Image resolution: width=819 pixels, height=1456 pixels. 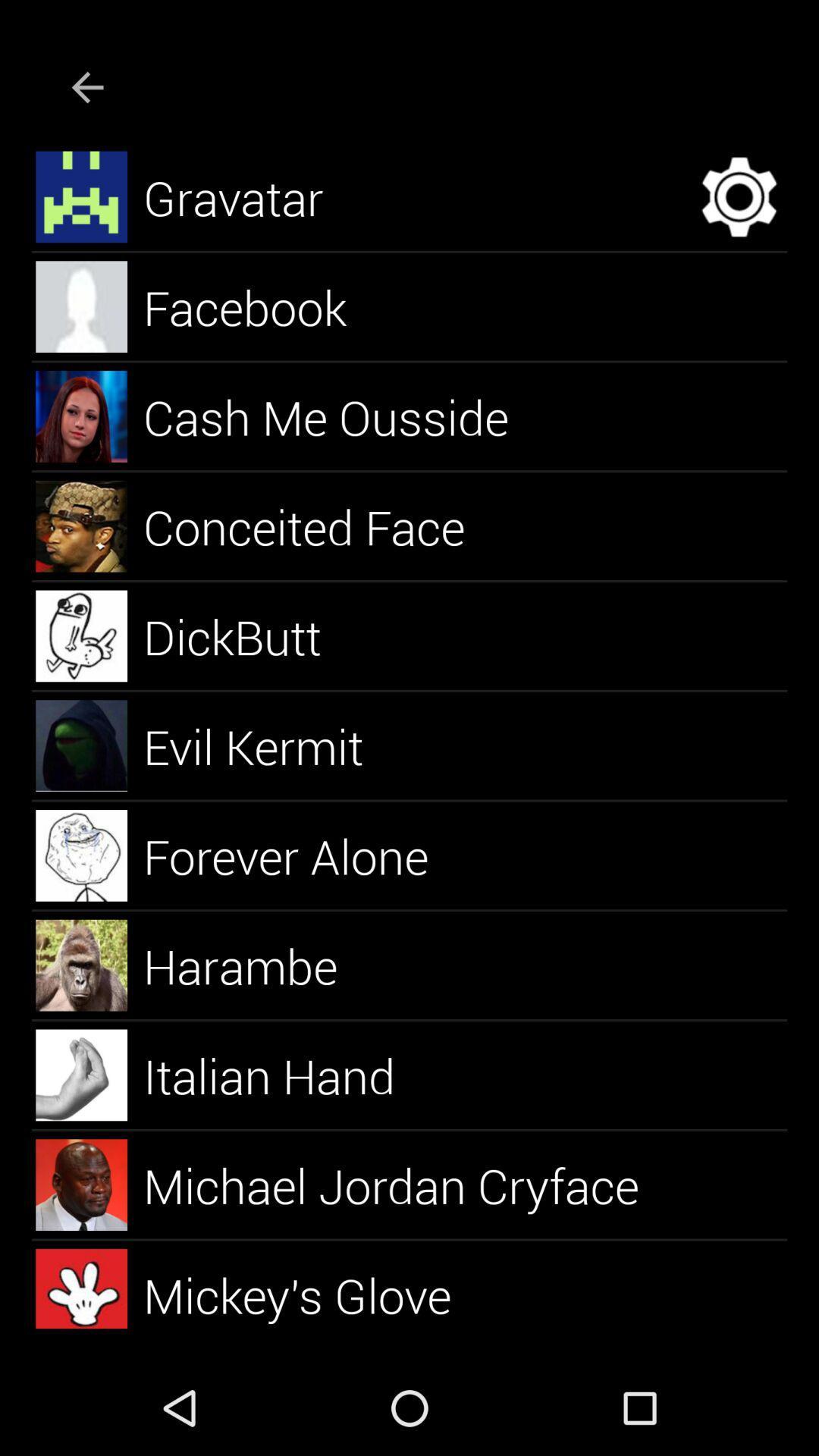 What do you see at coordinates (270, 745) in the screenshot?
I see `evil kermit icon` at bounding box center [270, 745].